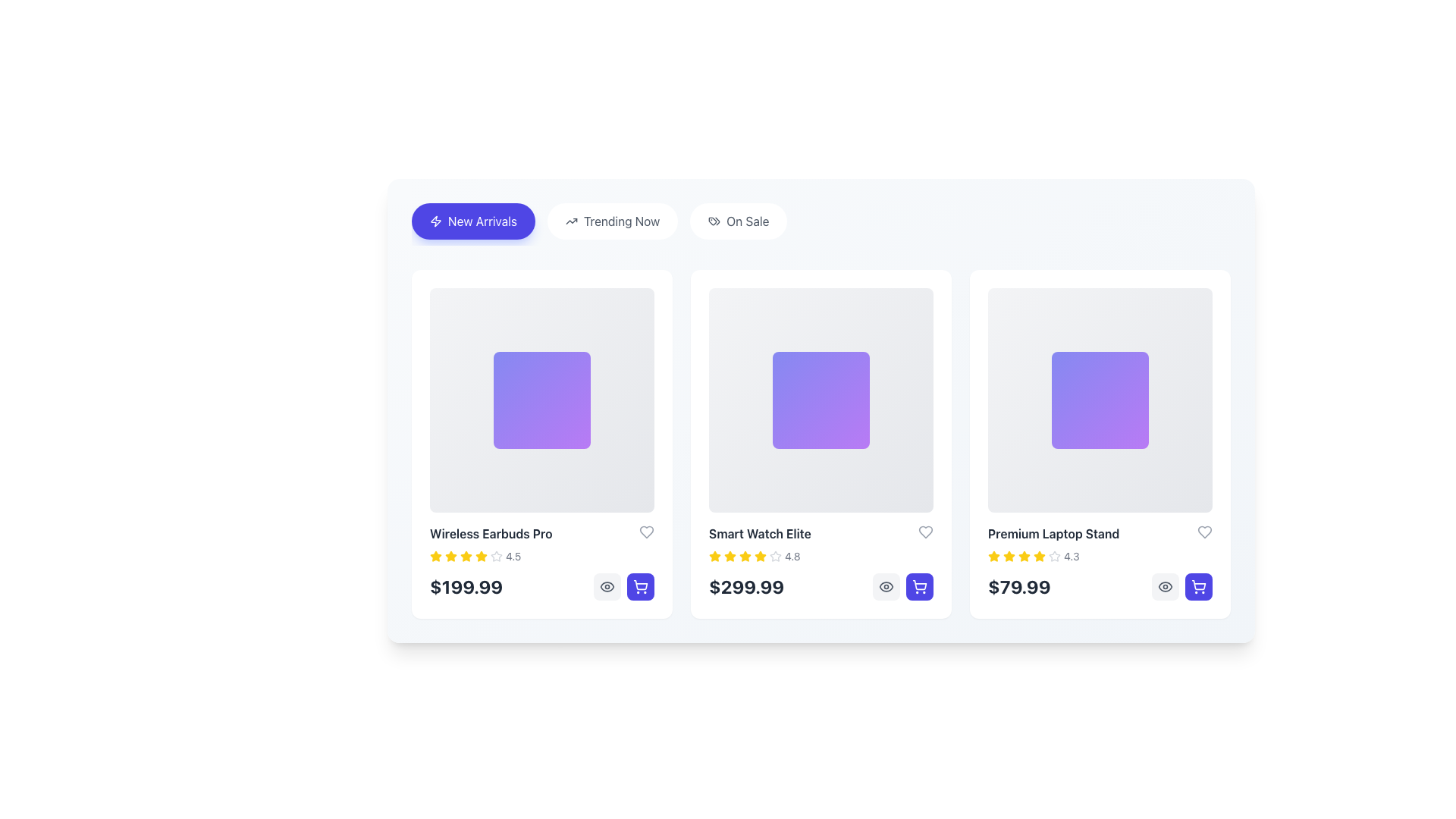 Image resolution: width=1456 pixels, height=819 pixels. Describe the element at coordinates (450, 556) in the screenshot. I see `the second yellow star icon in the rating stars for the first product card to rate it` at that location.